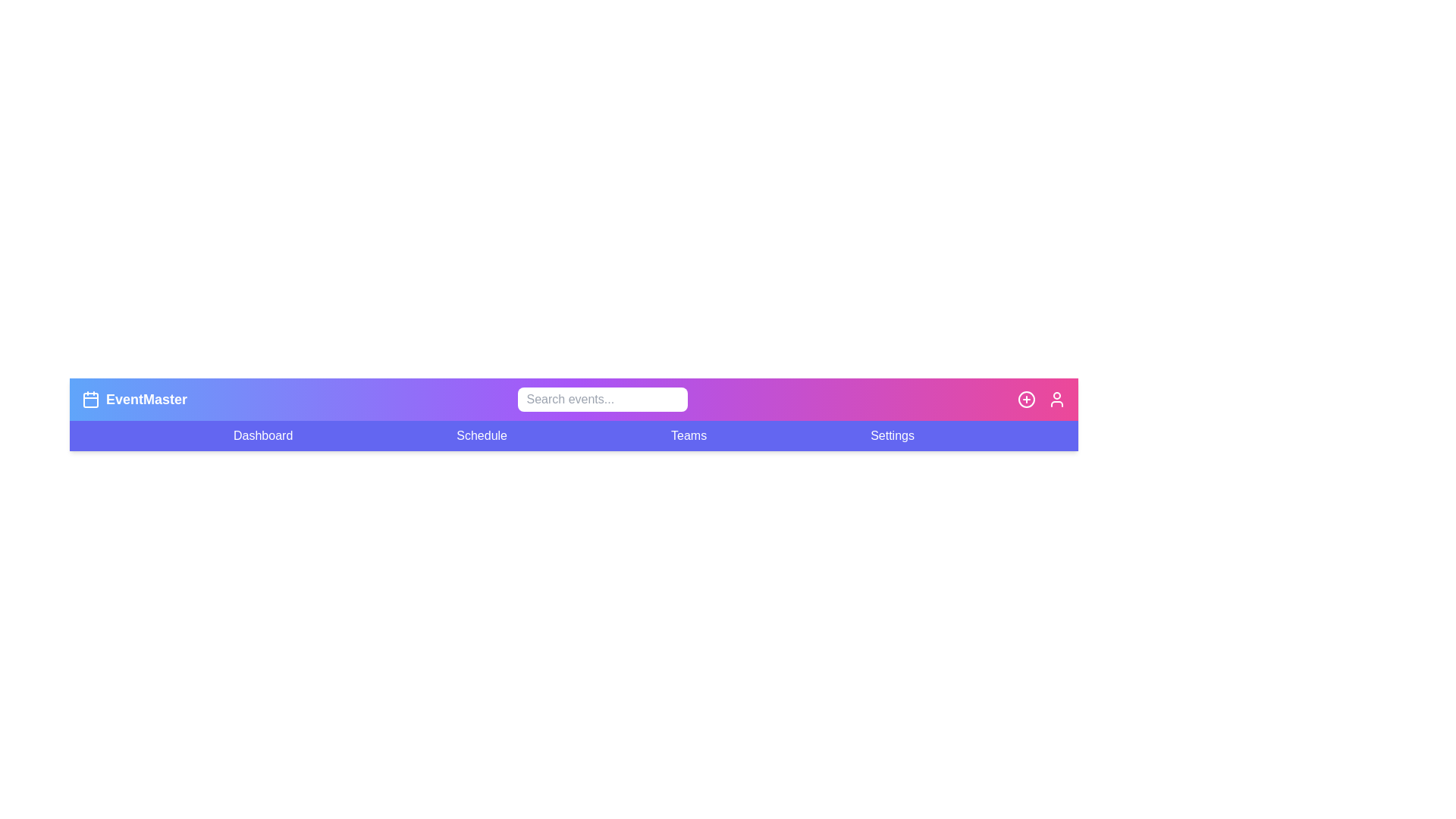 The height and width of the screenshot is (819, 1456). Describe the element at coordinates (480, 435) in the screenshot. I see `the menu item Schedule to navigate` at that location.